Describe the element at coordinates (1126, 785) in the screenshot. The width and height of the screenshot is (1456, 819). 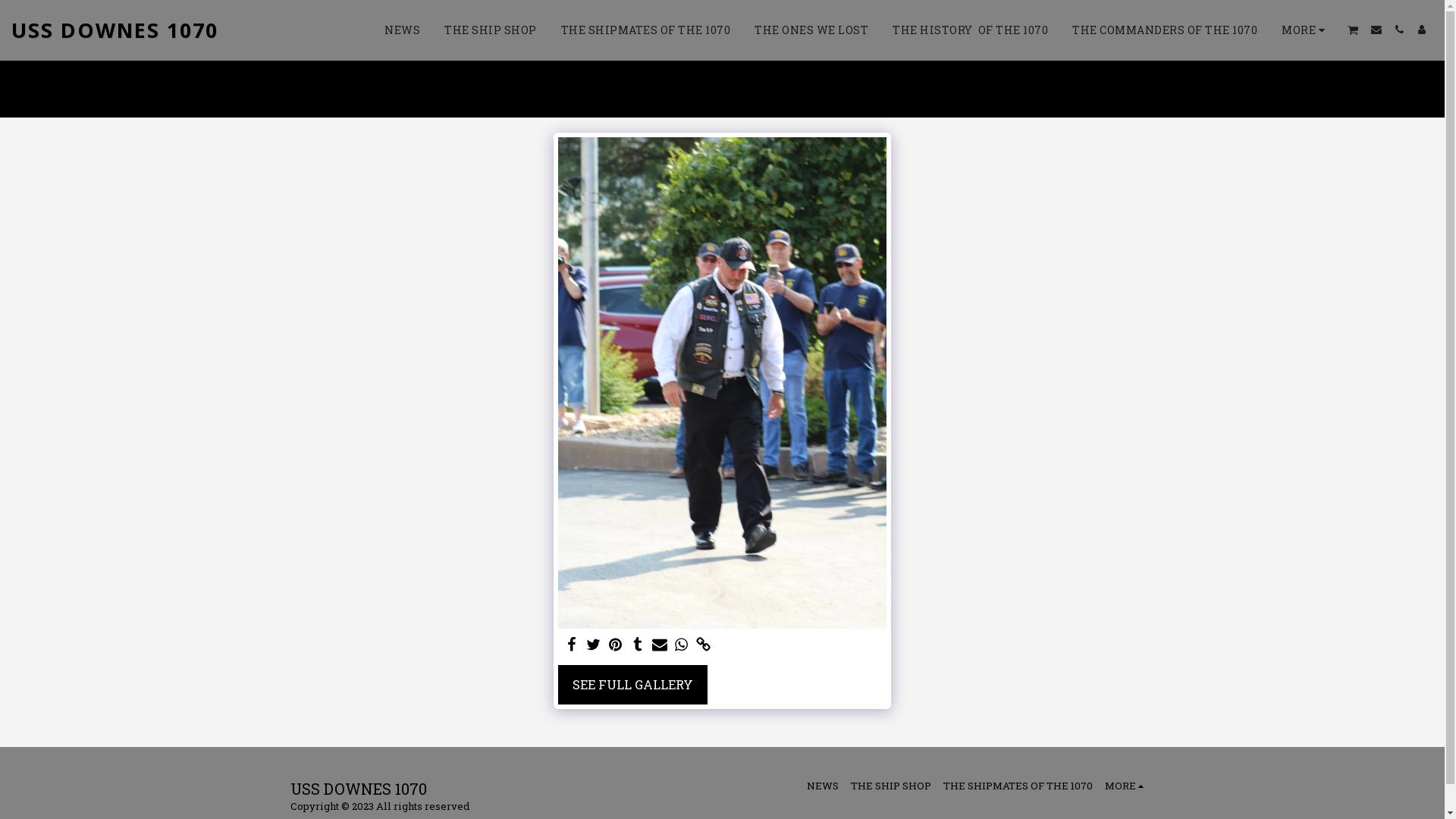
I see `'MORE  '` at that location.